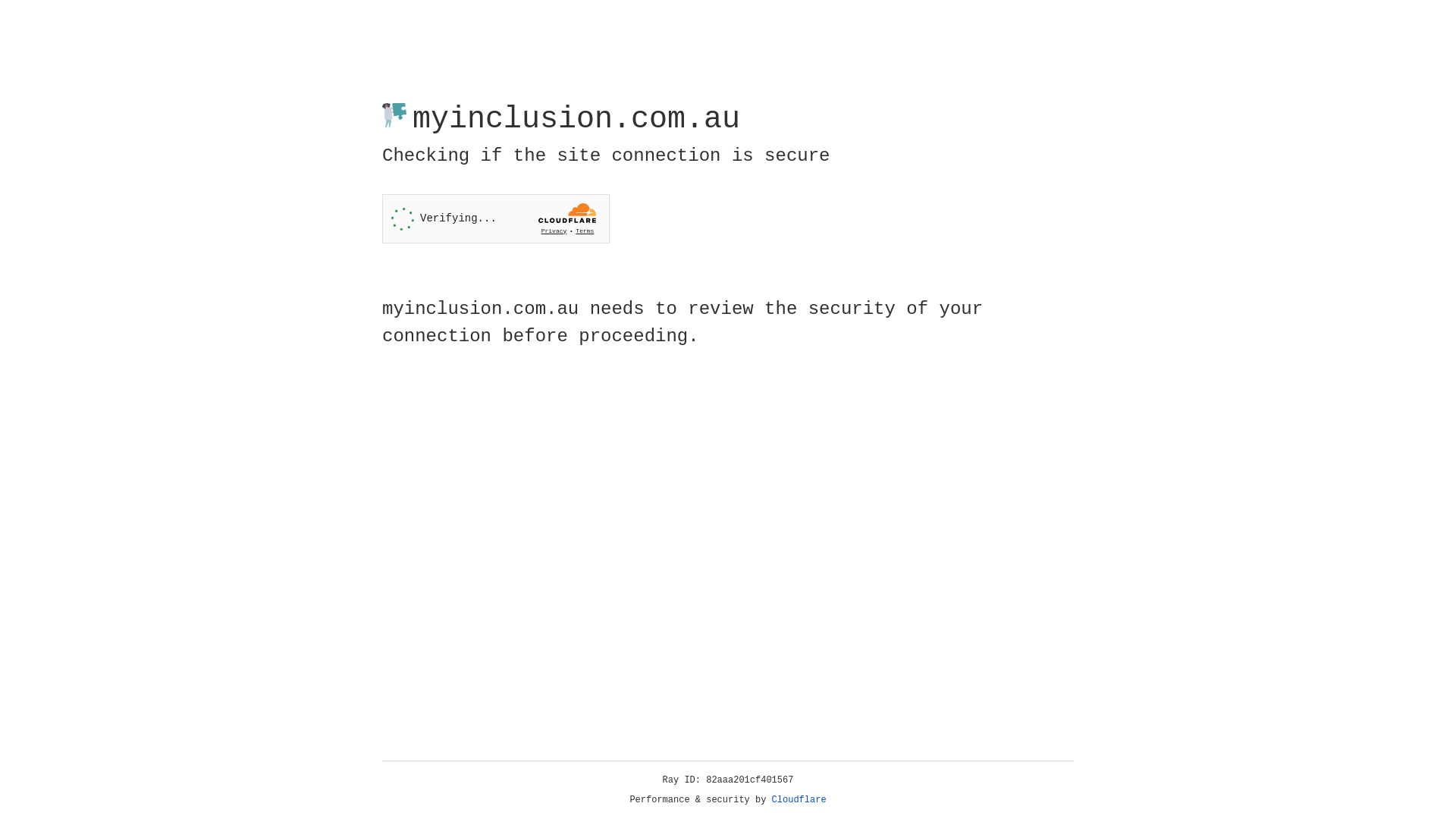 Image resolution: width=1456 pixels, height=819 pixels. What do you see at coordinates (799, 799) in the screenshot?
I see `'Cloudflare'` at bounding box center [799, 799].